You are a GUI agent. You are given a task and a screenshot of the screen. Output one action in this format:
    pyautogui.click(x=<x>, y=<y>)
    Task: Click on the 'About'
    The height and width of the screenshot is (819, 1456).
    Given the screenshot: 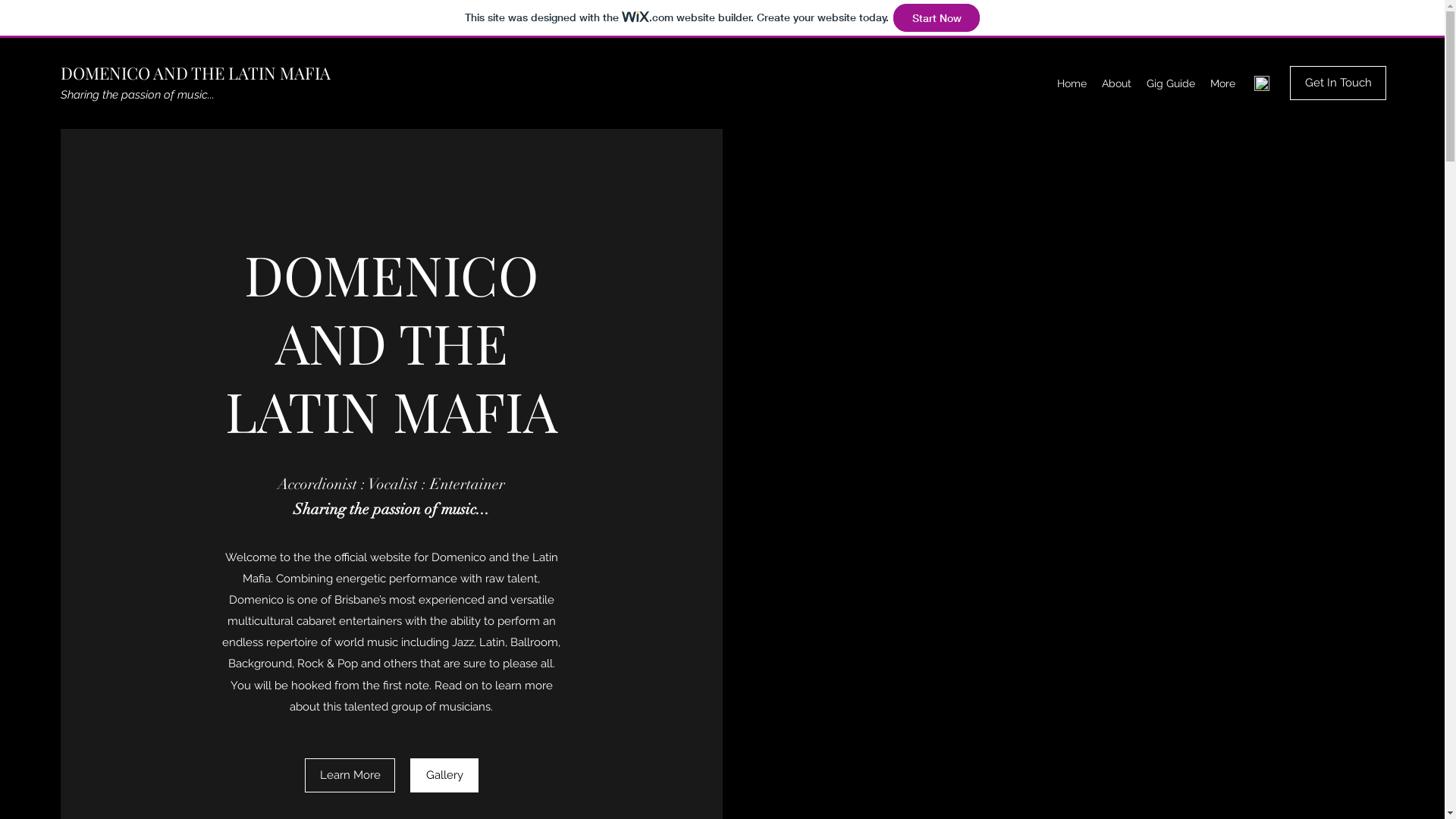 What is the action you would take?
    pyautogui.click(x=1094, y=83)
    